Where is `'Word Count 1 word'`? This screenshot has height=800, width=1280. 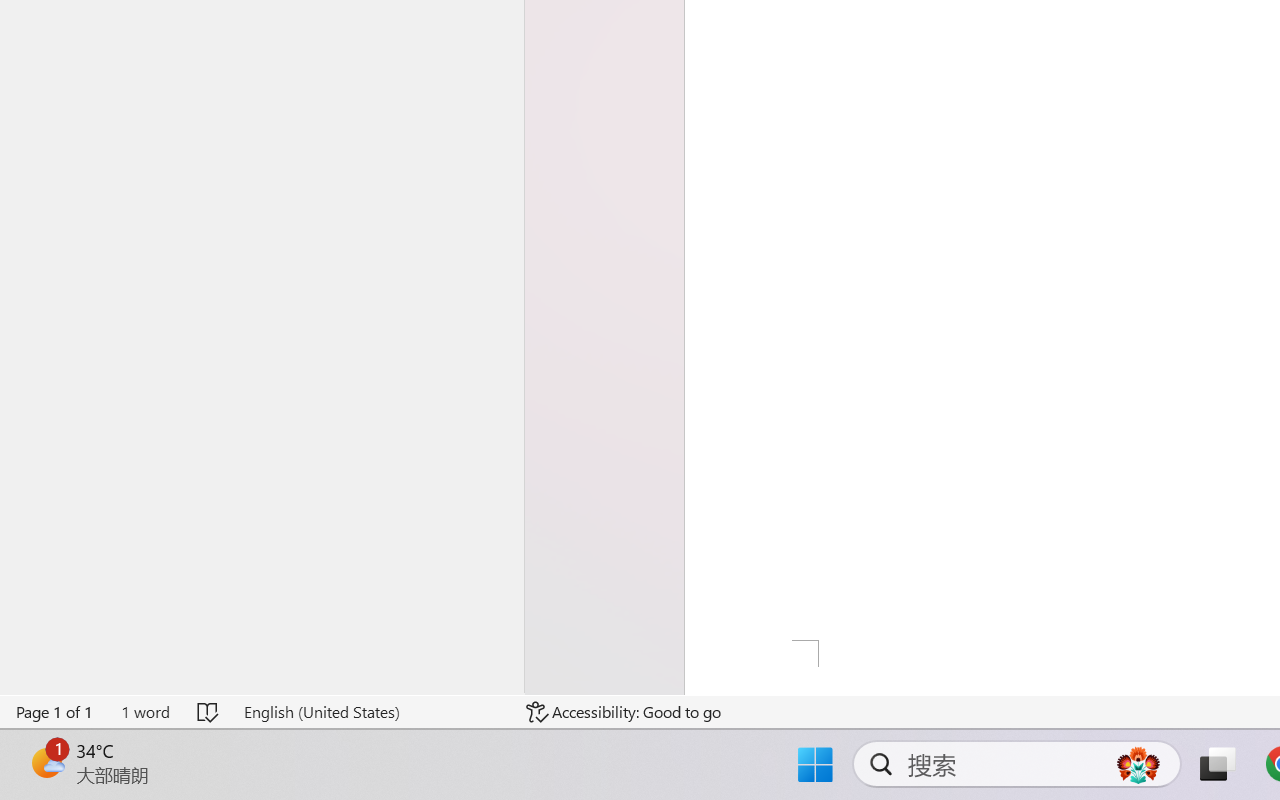 'Word Count 1 word' is located at coordinates (144, 711).